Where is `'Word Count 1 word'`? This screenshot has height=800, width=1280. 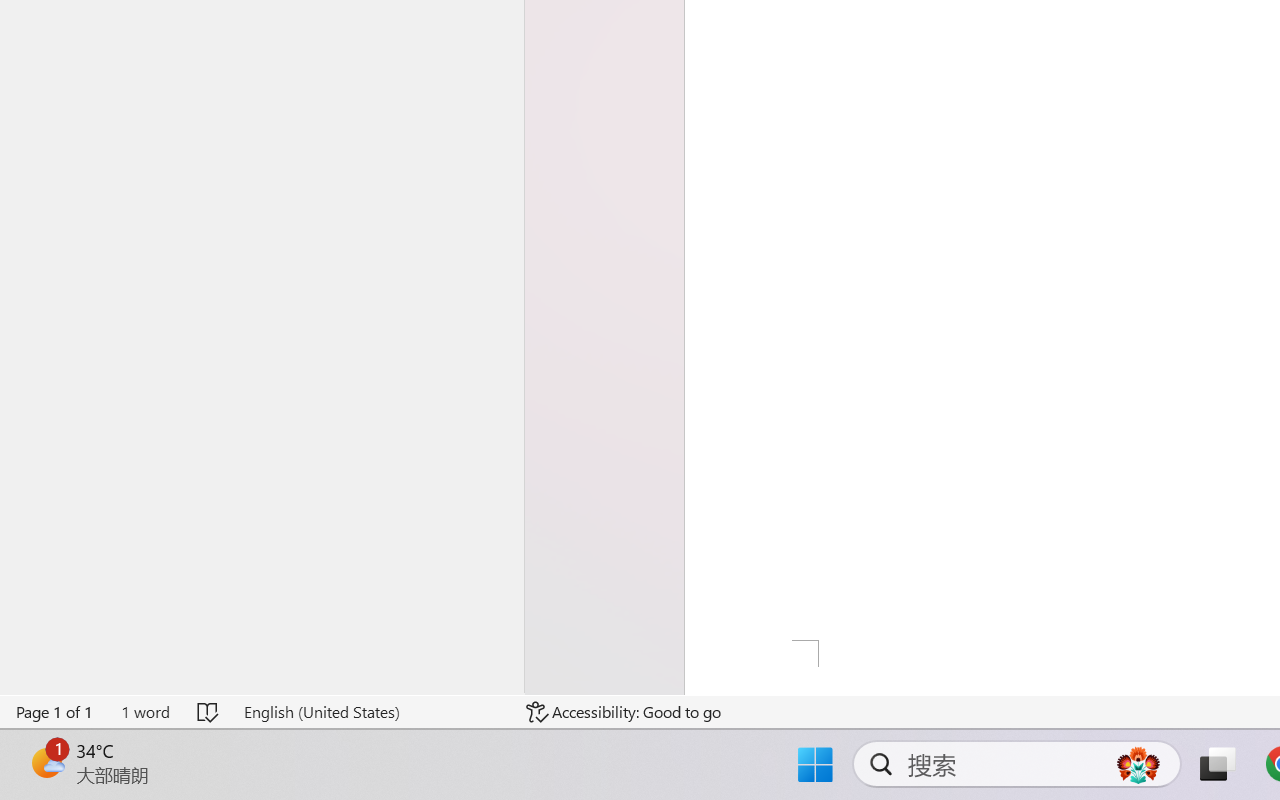 'Word Count 1 word' is located at coordinates (144, 711).